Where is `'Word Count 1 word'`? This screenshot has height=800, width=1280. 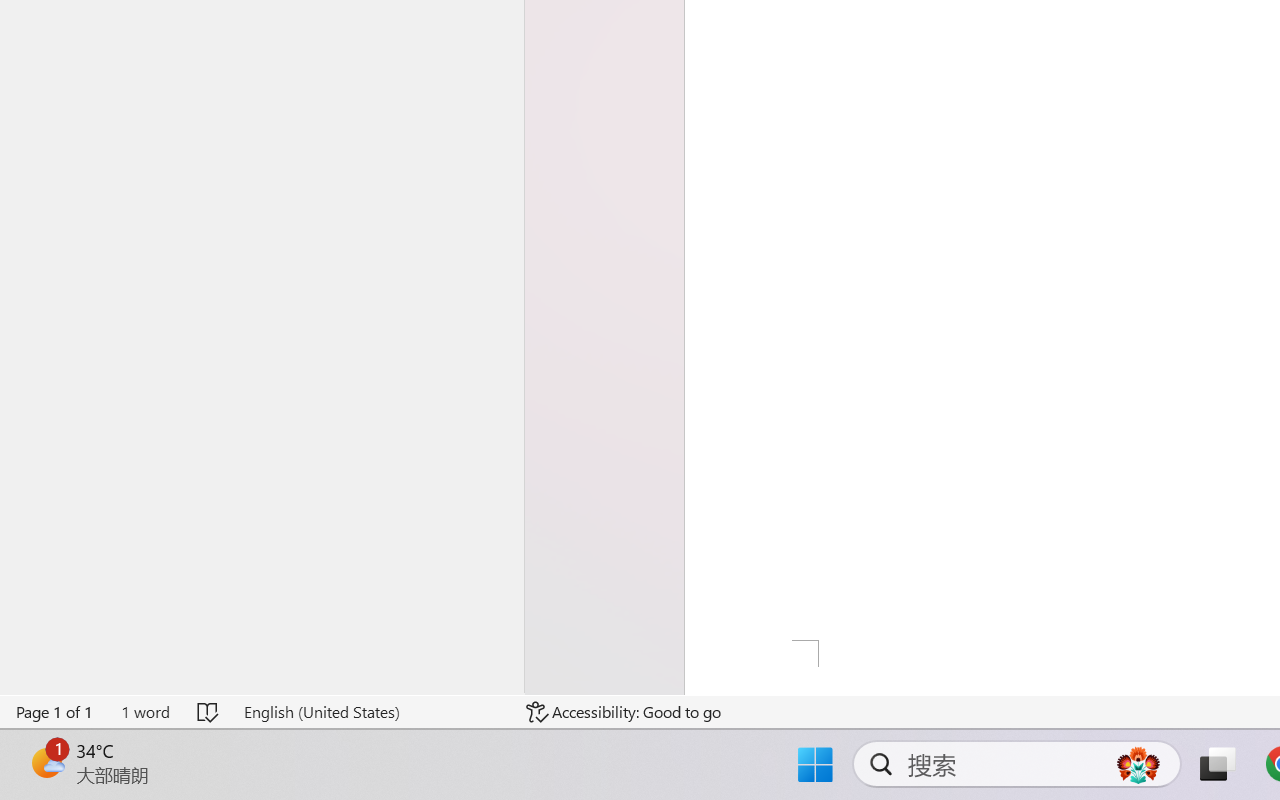 'Word Count 1 word' is located at coordinates (144, 711).